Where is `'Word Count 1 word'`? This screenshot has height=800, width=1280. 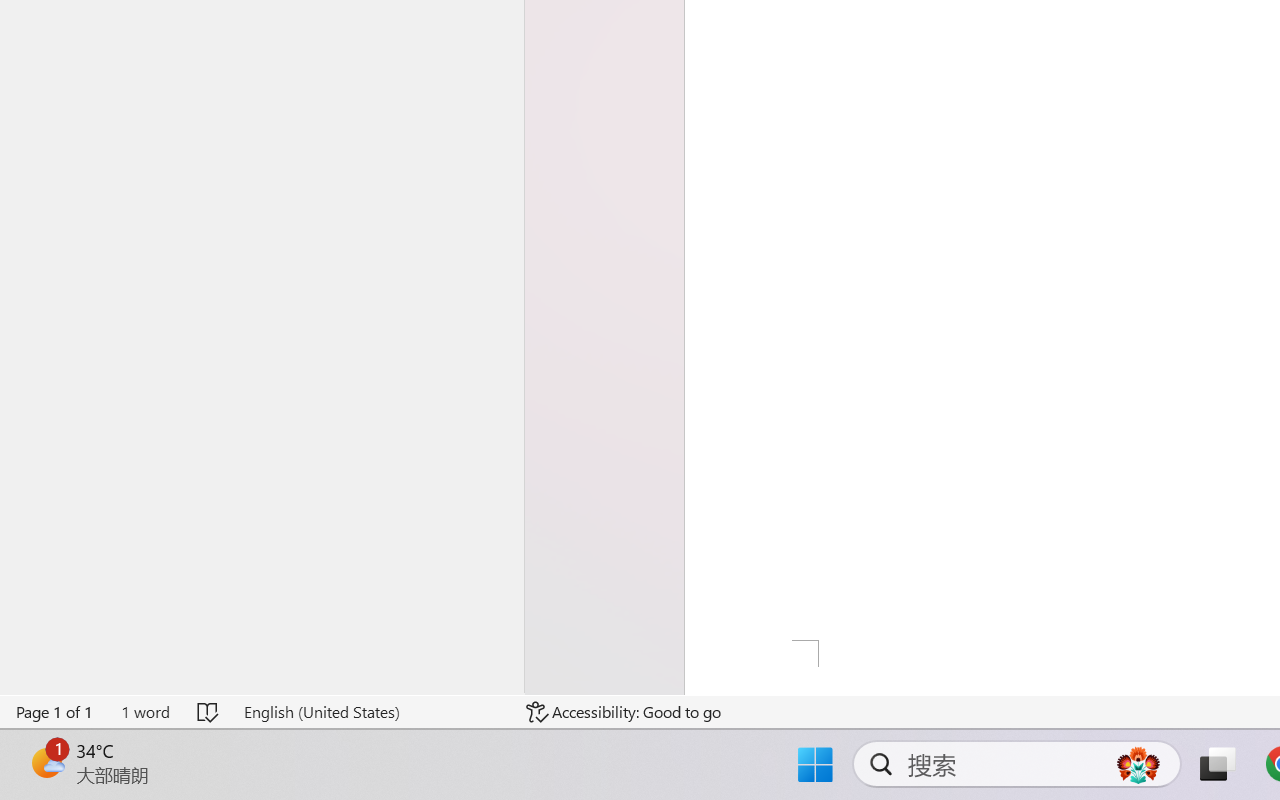 'Word Count 1 word' is located at coordinates (144, 711).